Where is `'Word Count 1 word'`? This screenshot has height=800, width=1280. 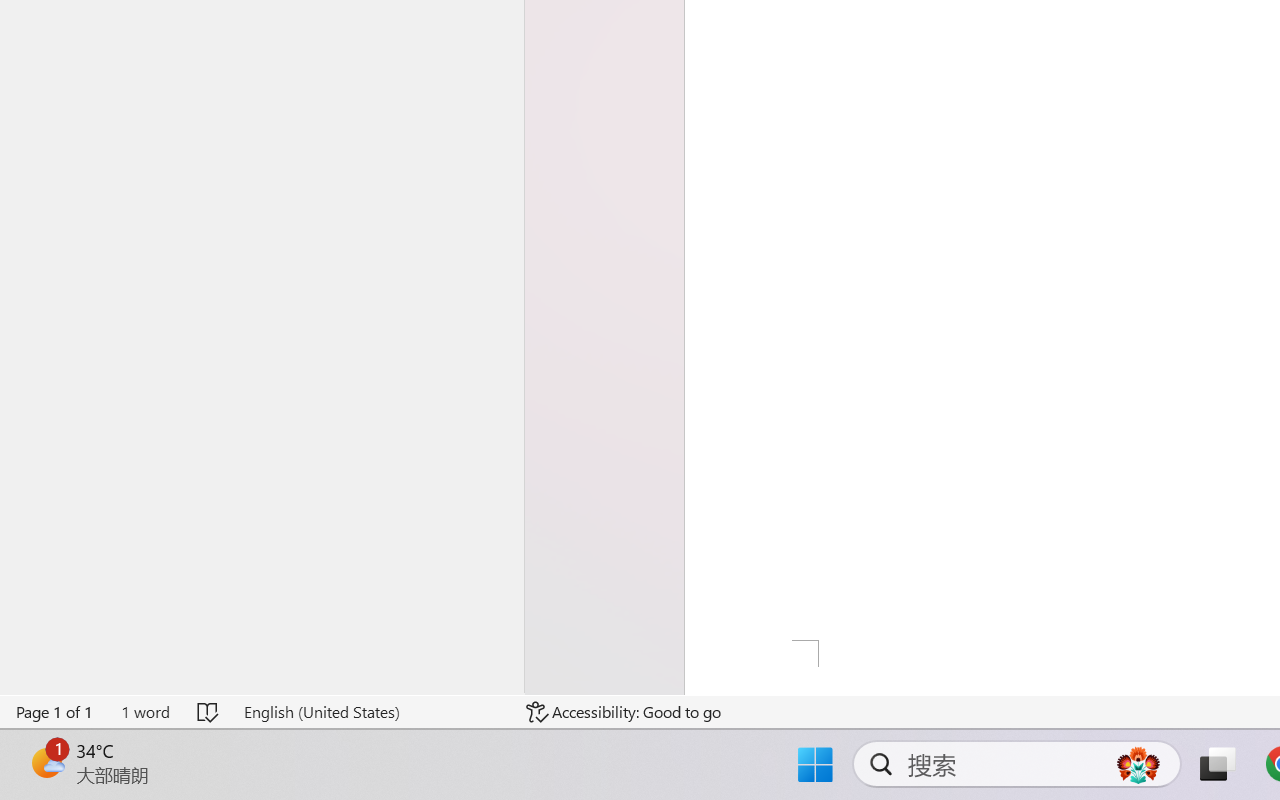 'Word Count 1 word' is located at coordinates (144, 711).